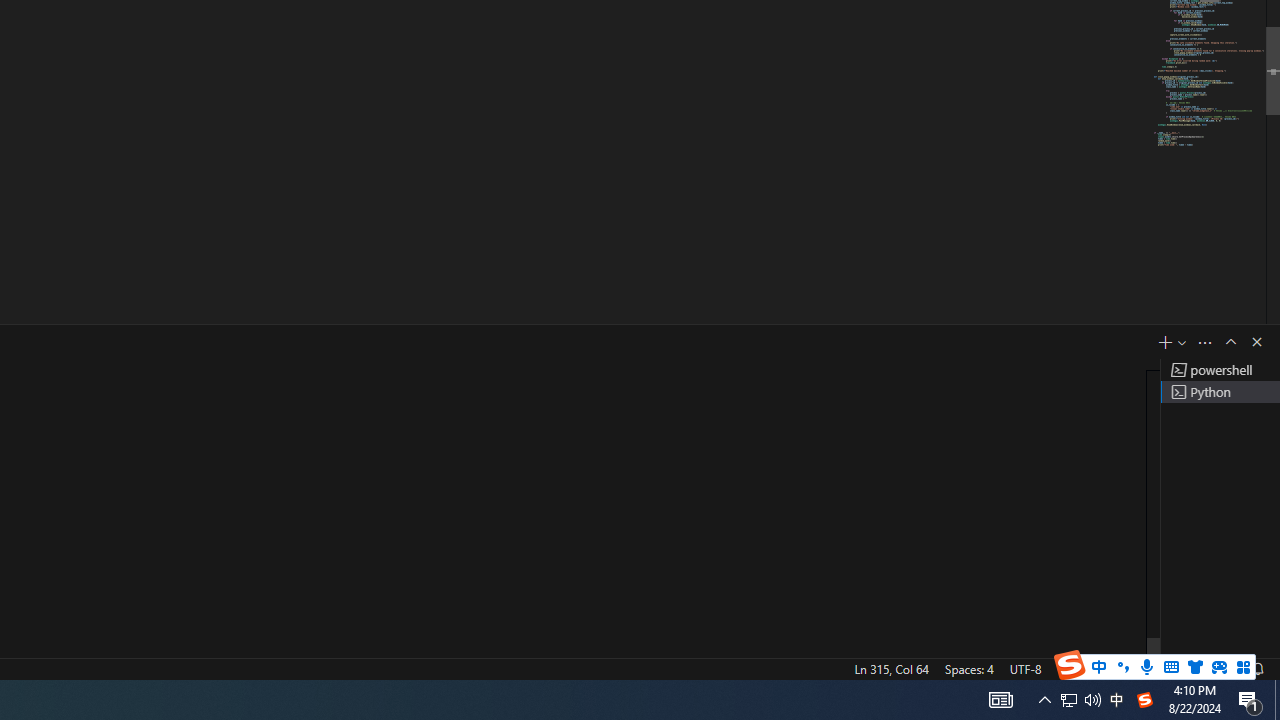 The image size is (1280, 720). I want to click on 'Launch Profile...', so click(1182, 341).